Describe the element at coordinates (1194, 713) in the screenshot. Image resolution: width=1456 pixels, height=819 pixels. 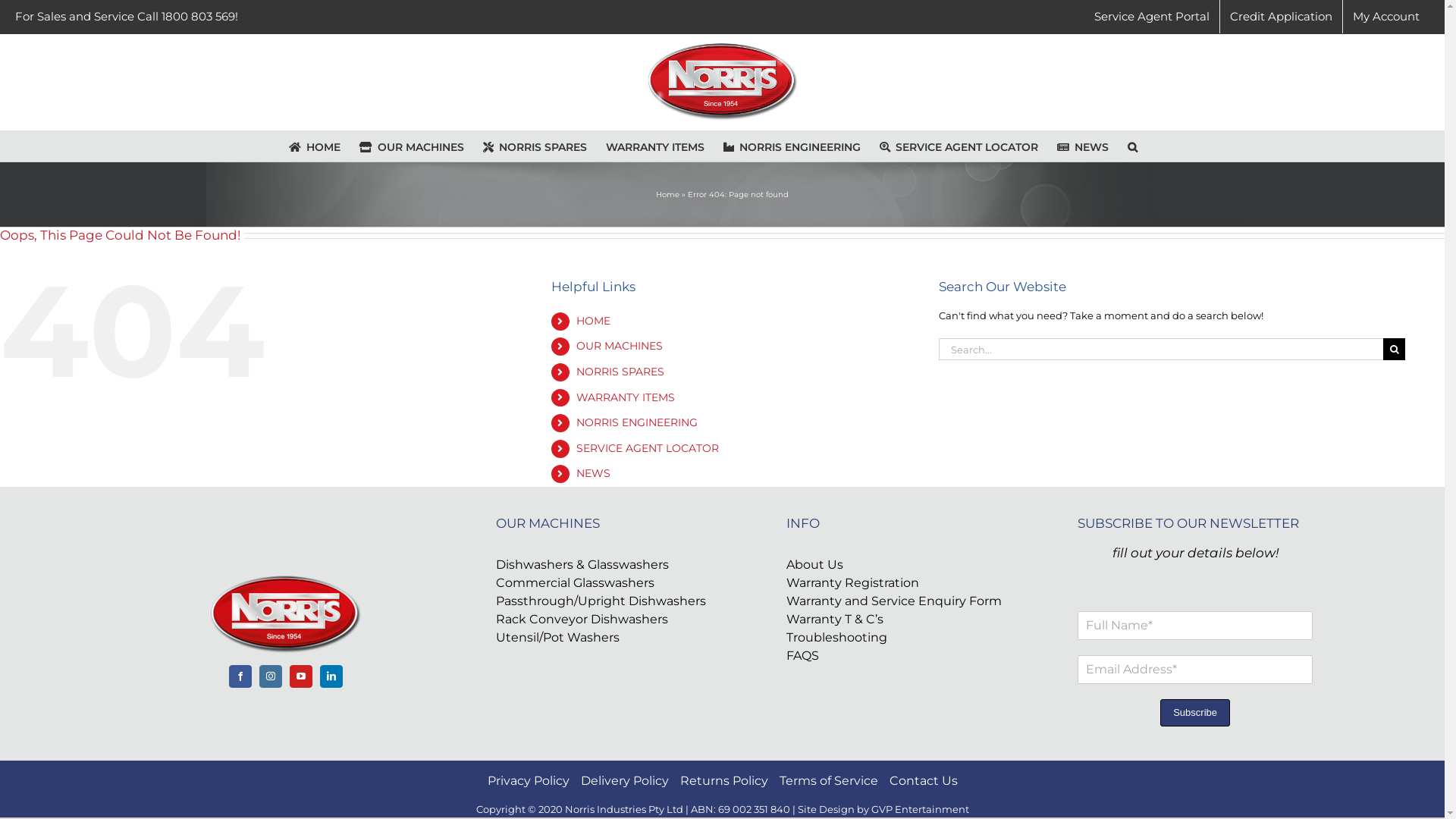
I see `'Subscribe'` at that location.